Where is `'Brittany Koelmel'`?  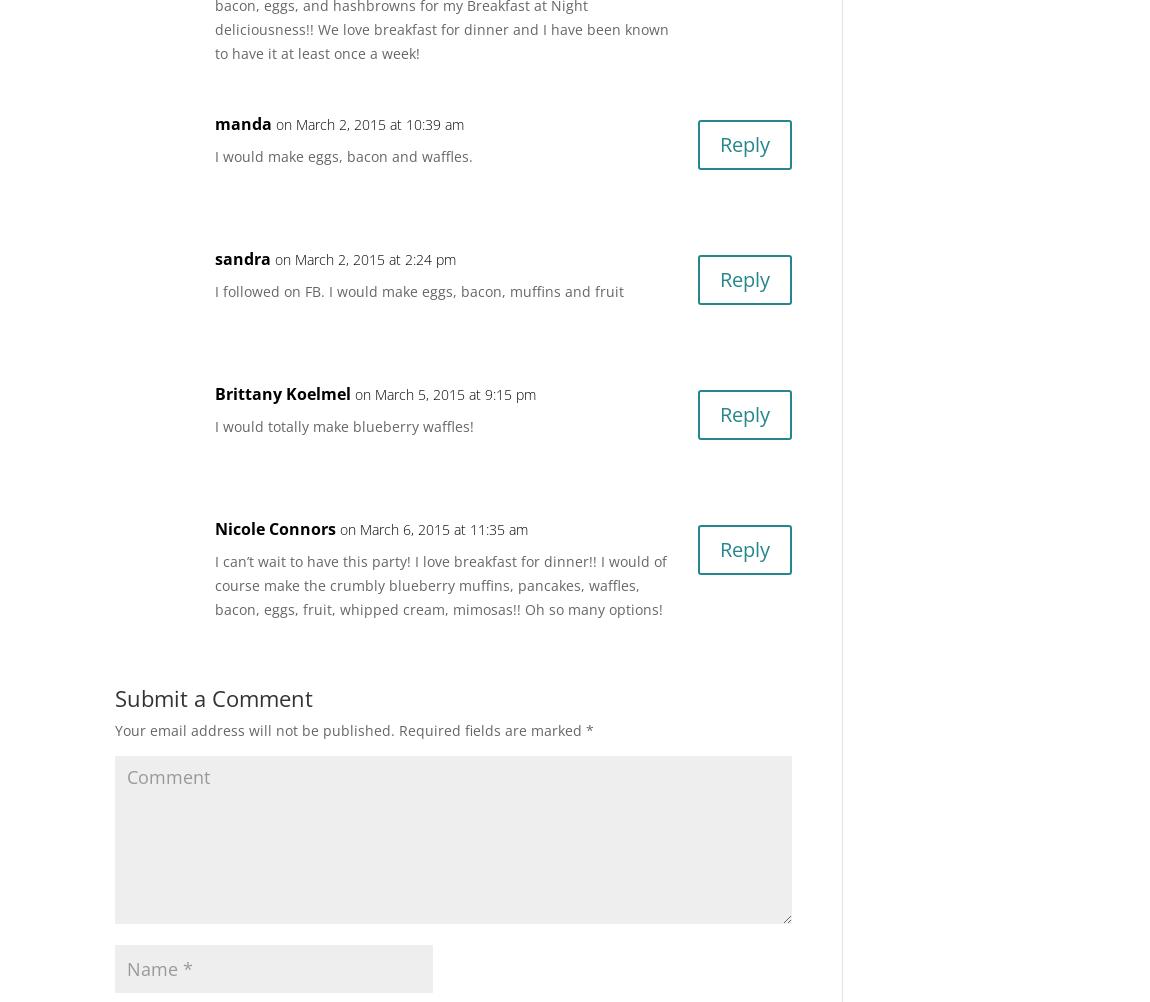
'Brittany Koelmel' is located at coordinates (282, 393).